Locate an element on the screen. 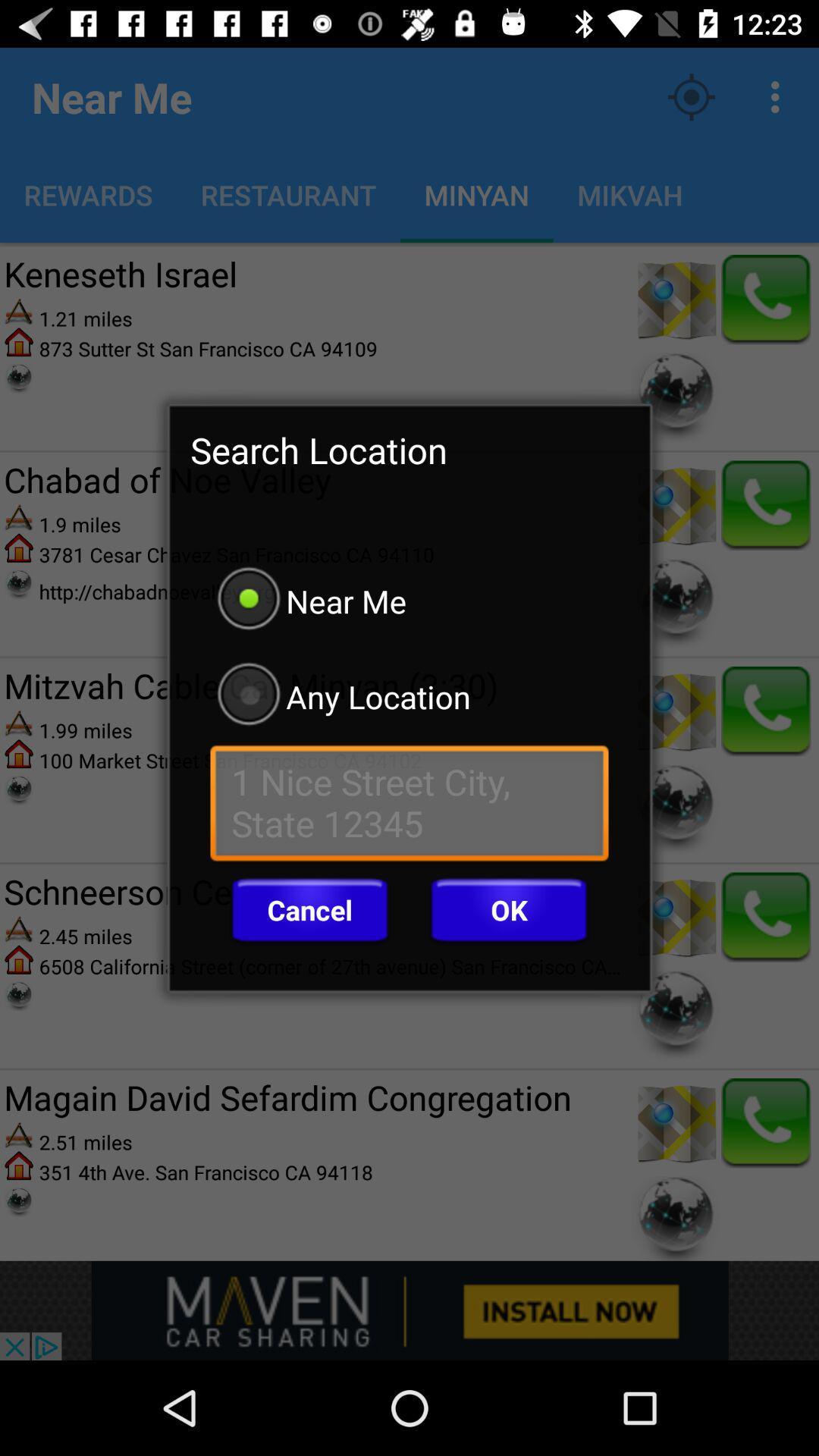 This screenshot has width=819, height=1456. address is located at coordinates (409, 806).